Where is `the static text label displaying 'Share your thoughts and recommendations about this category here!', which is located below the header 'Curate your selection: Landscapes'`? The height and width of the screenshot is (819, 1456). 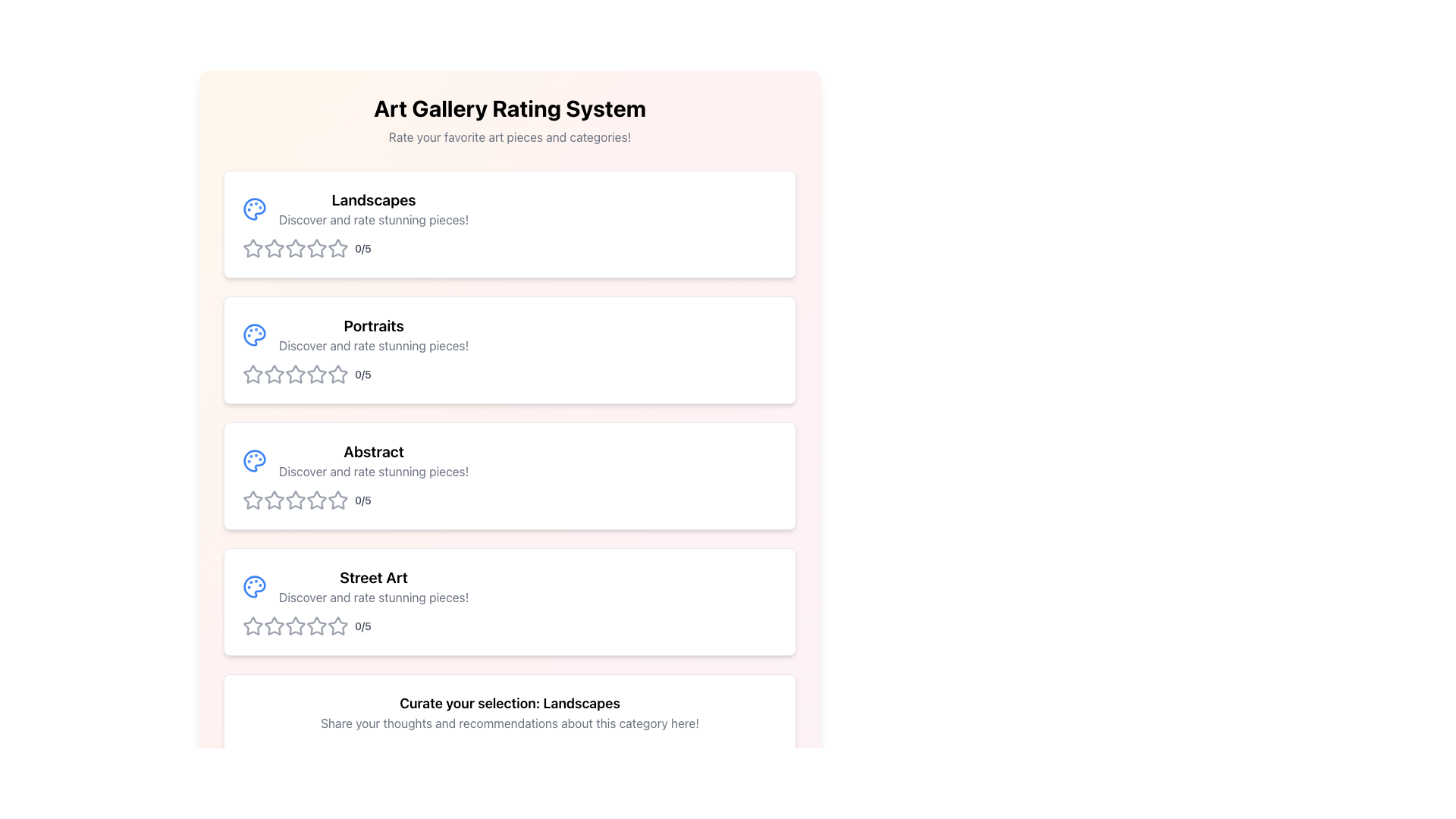
the static text label displaying 'Share your thoughts and recommendations about this category here!', which is located below the header 'Curate your selection: Landscapes' is located at coordinates (510, 722).